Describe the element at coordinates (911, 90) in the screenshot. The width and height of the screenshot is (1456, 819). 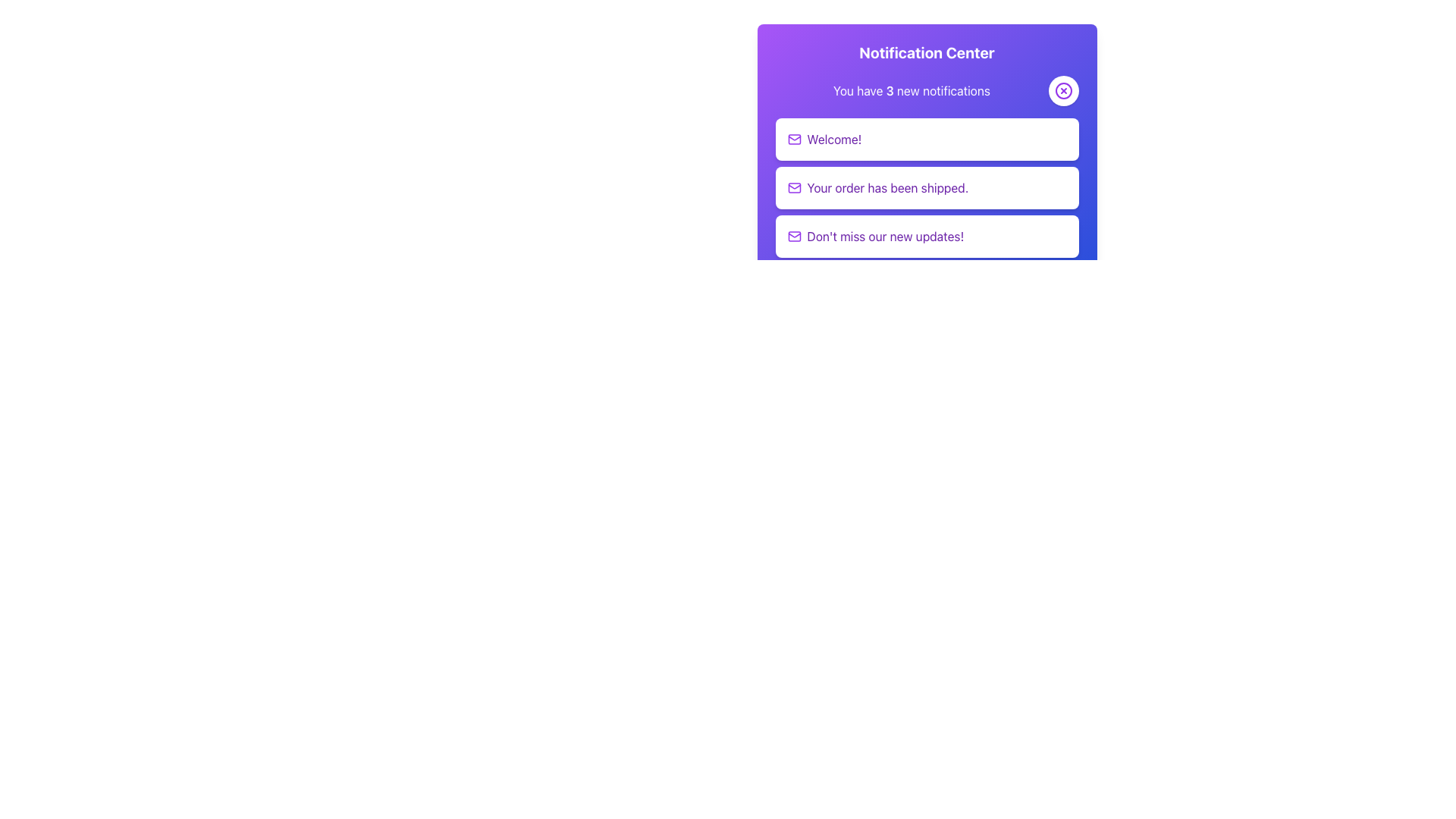
I see `the plain text notification stating 'You have 3 new notifications' which is rendered in white on a gradient background, positioned below the 'Notification Center' title` at that location.